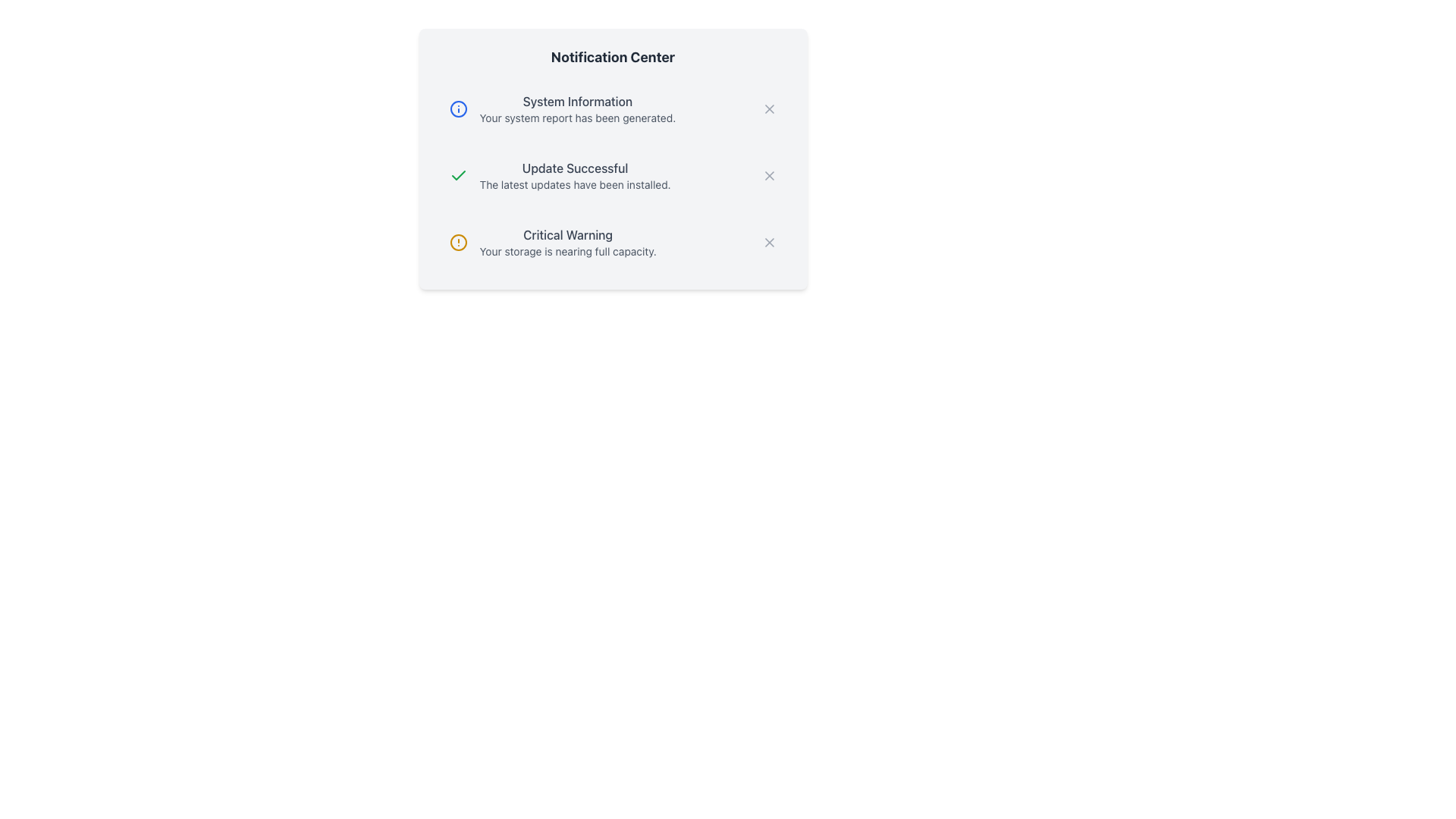 The width and height of the screenshot is (1456, 819). What do you see at coordinates (613, 158) in the screenshot?
I see `the Notification Item displaying 'Update Successful' which informs the user about system updates` at bounding box center [613, 158].